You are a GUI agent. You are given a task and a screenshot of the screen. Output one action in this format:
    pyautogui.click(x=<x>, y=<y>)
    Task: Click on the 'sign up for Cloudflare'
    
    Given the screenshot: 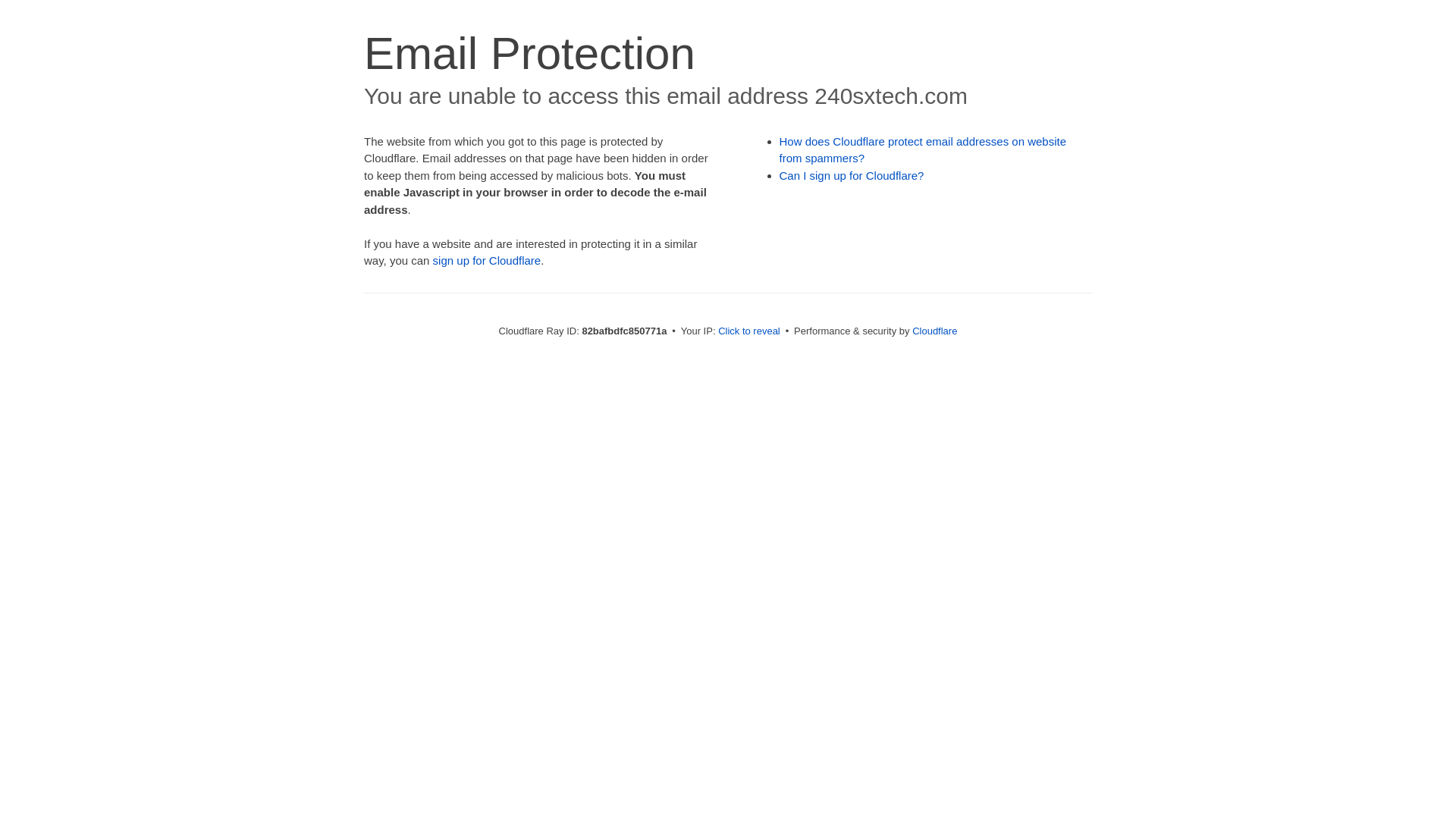 What is the action you would take?
    pyautogui.click(x=487, y=259)
    